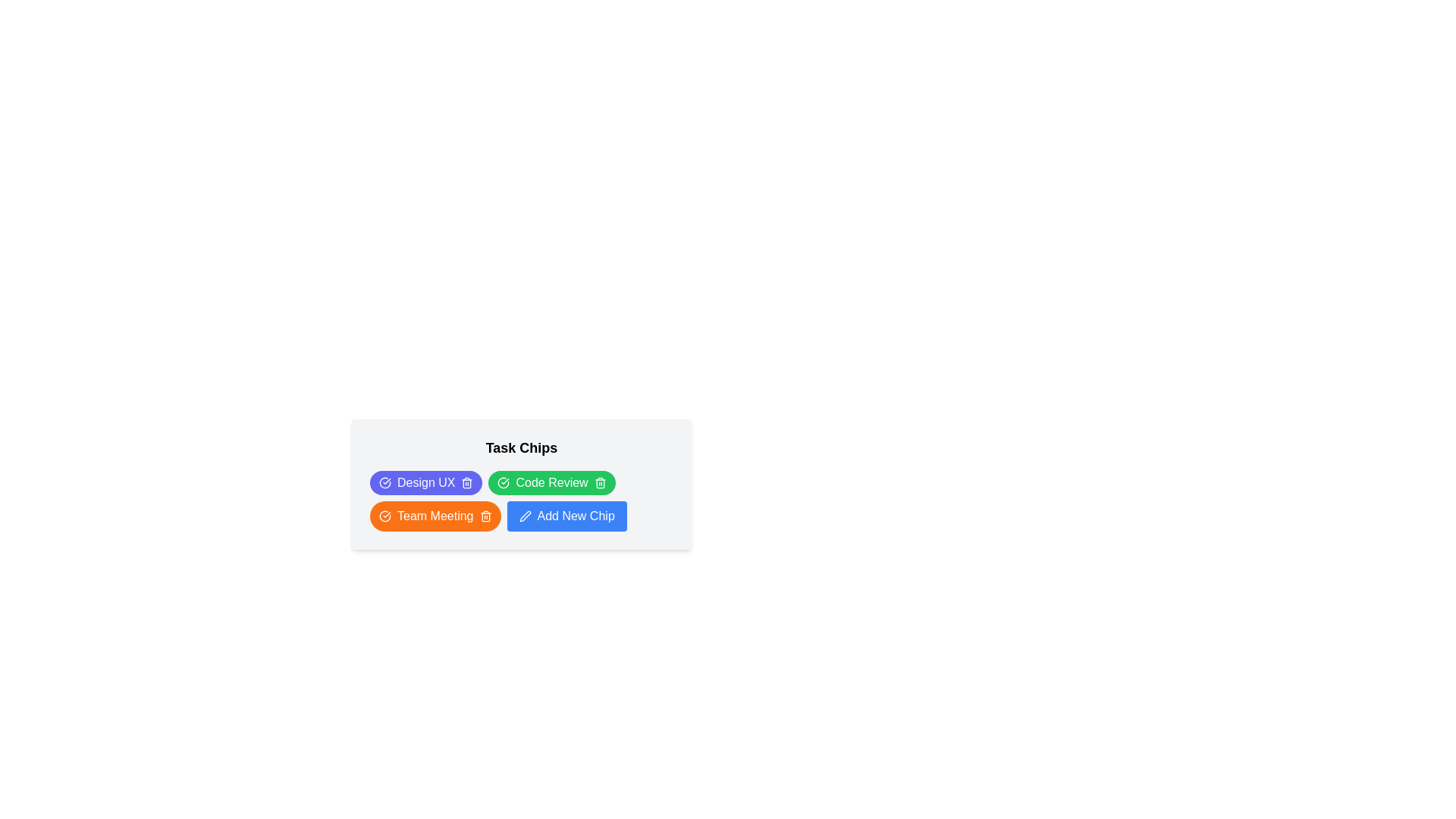 Image resolution: width=1456 pixels, height=819 pixels. I want to click on the 'Code Review' interactive chip button located, so click(521, 485).